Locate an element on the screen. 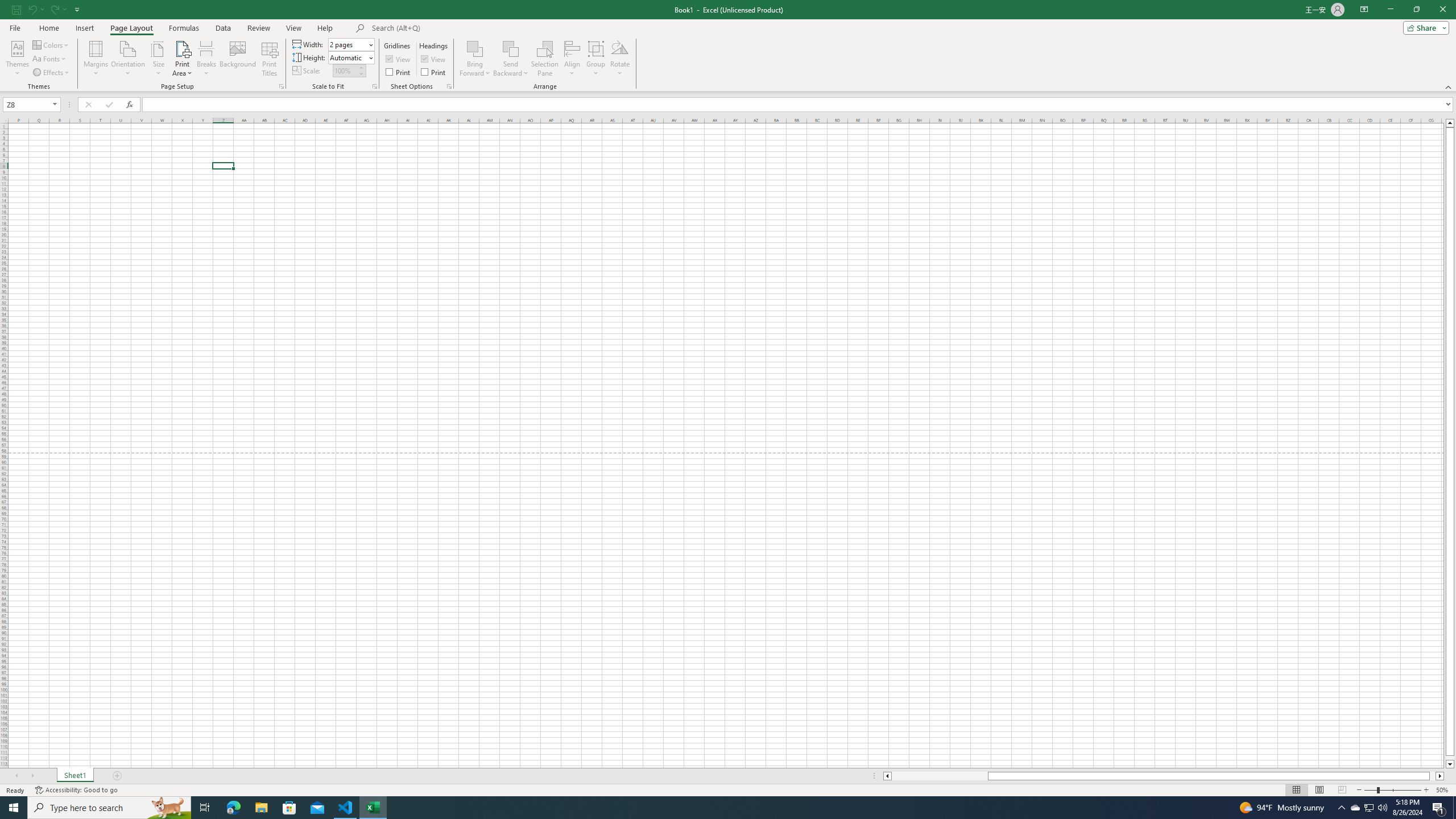 The image size is (1456, 819). 'Effects' is located at coordinates (51, 72).